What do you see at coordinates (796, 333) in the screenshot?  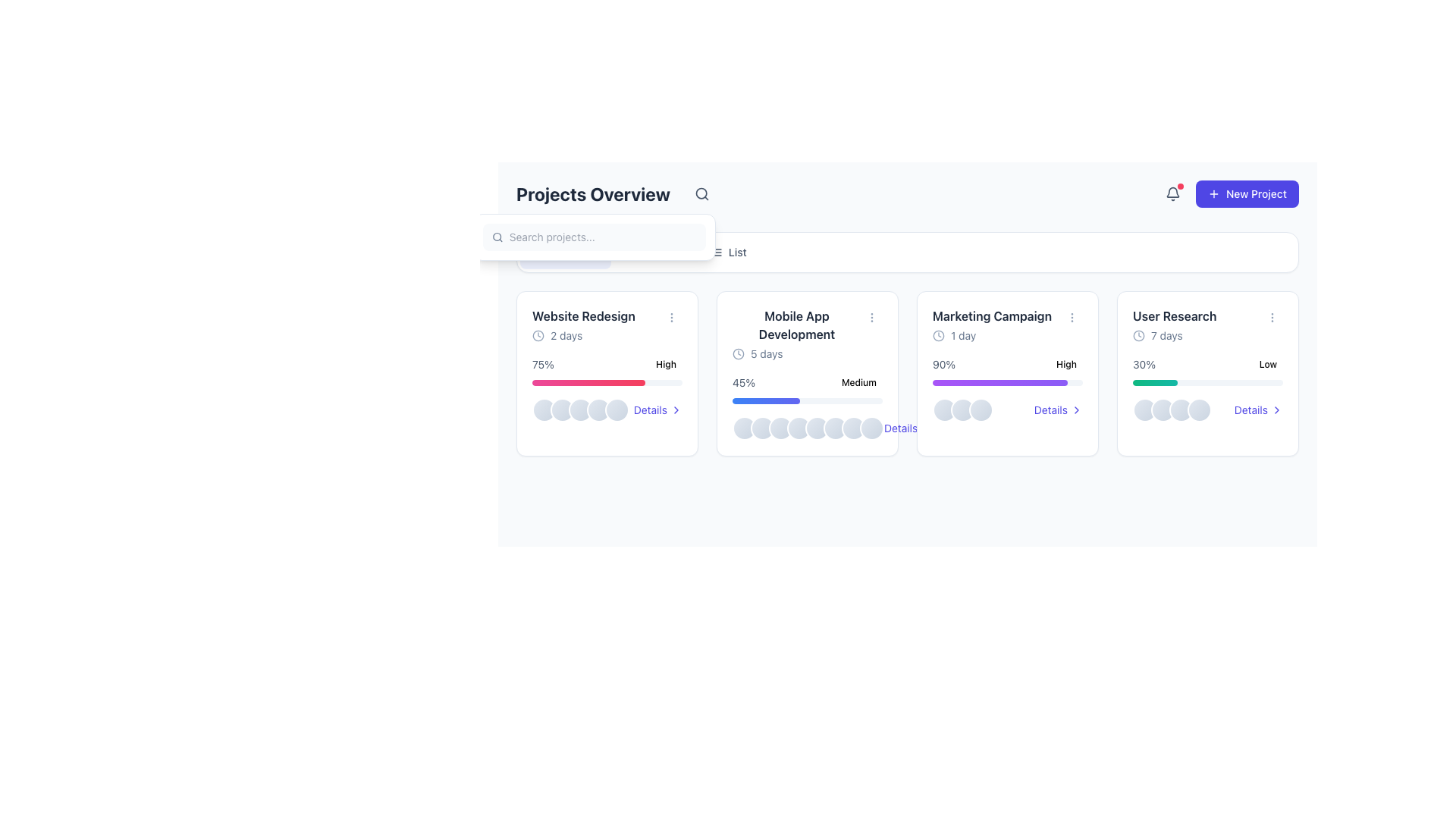 I see `the 'Mobile App Development' project card summary, which is the second card in a horizontal list of project cards, located directly to the right of the 'Website Redesign' card and to the left of the 'Marketing Campaign' card` at bounding box center [796, 333].